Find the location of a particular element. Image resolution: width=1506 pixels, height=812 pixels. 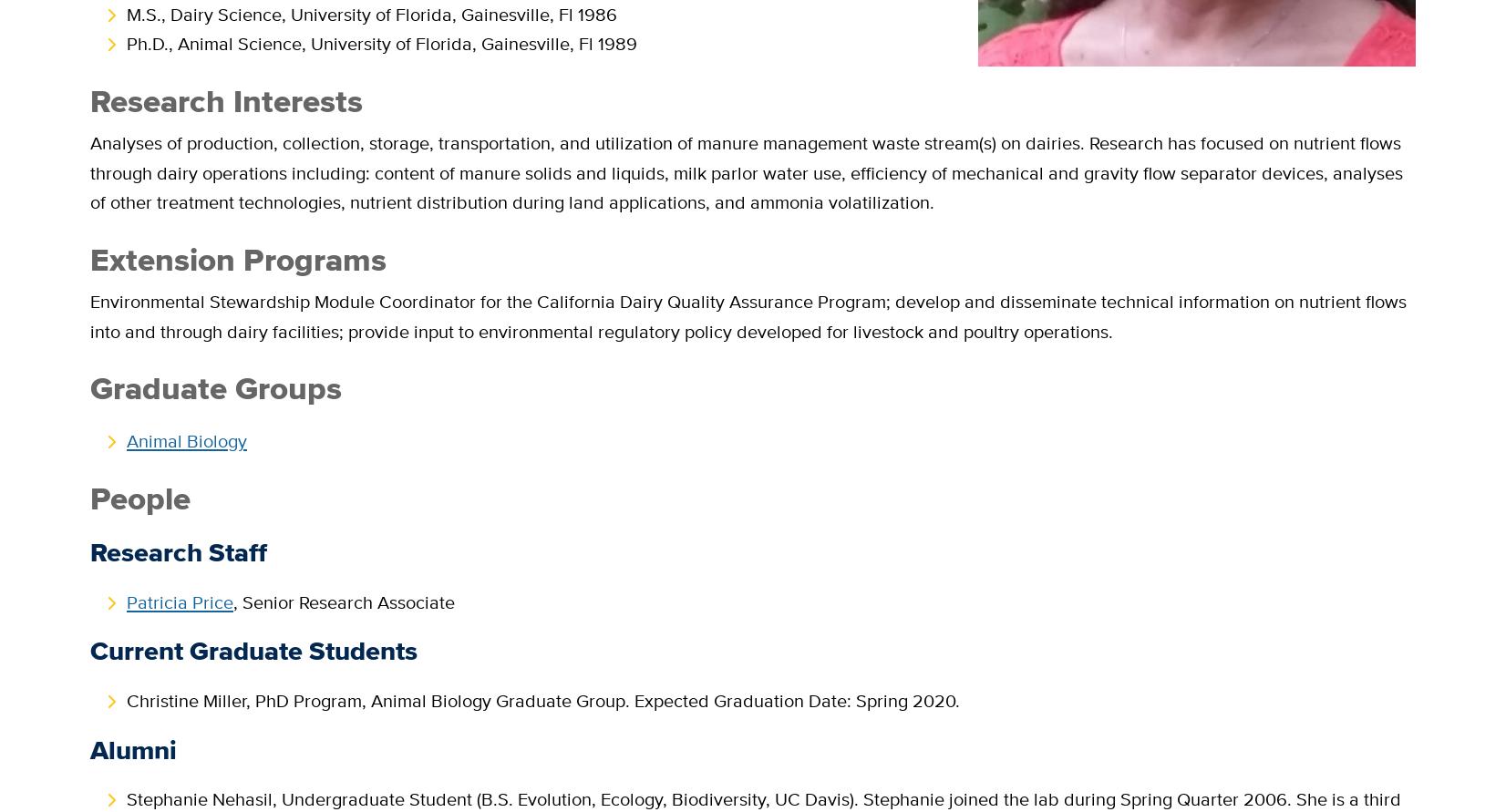

'Christine Miller, PhD Program, Animal Biology Graduate Group. Expected Graduation Date: Spring 2020.' is located at coordinates (543, 700).